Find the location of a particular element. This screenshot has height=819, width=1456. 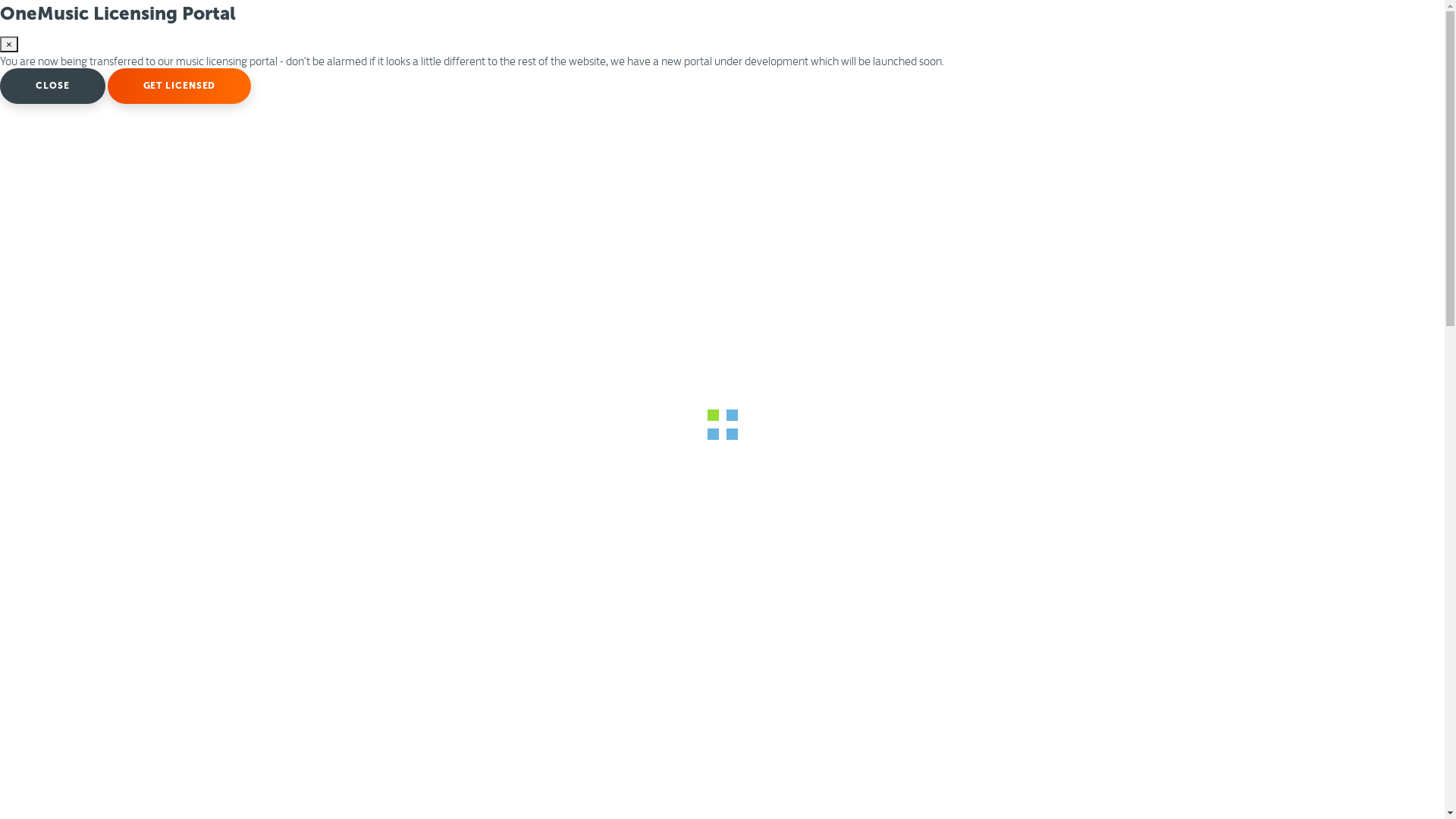

'CLOSE' is located at coordinates (52, 86).